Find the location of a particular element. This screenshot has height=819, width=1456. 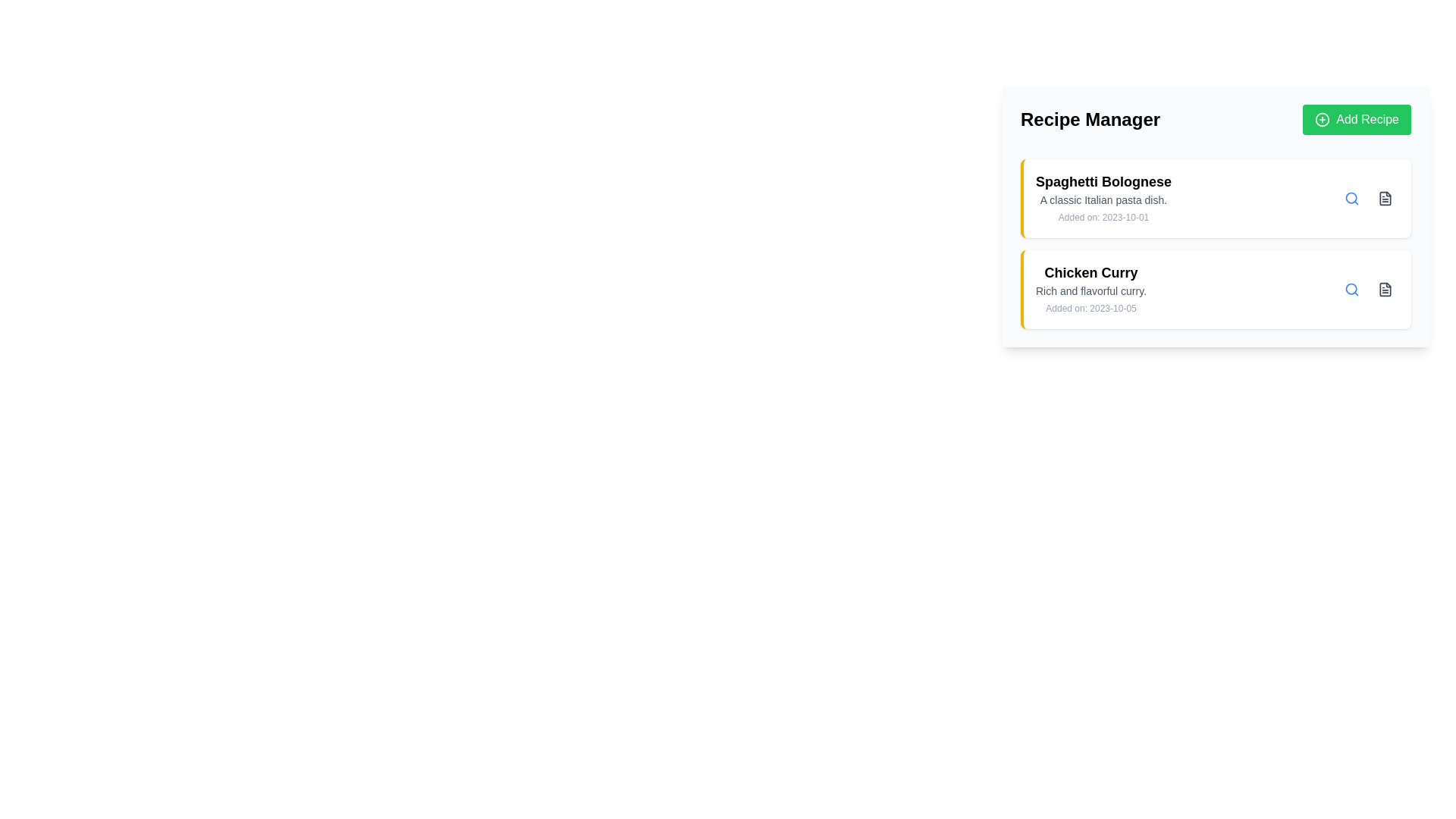

the compact gray file icon next to the 'Spaghetti Bolognese' item in the vertical list is located at coordinates (1385, 198).